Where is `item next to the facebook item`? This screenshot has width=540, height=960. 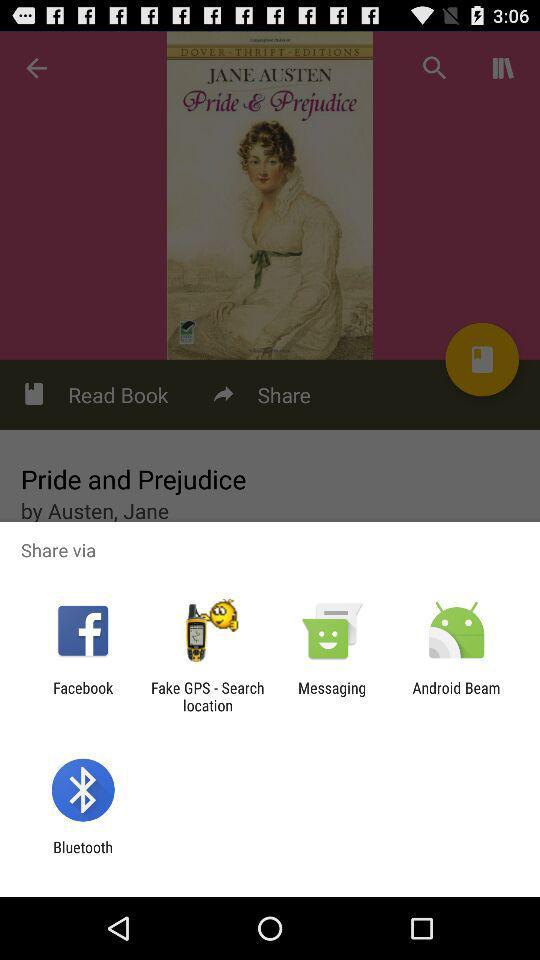
item next to the facebook item is located at coordinates (206, 696).